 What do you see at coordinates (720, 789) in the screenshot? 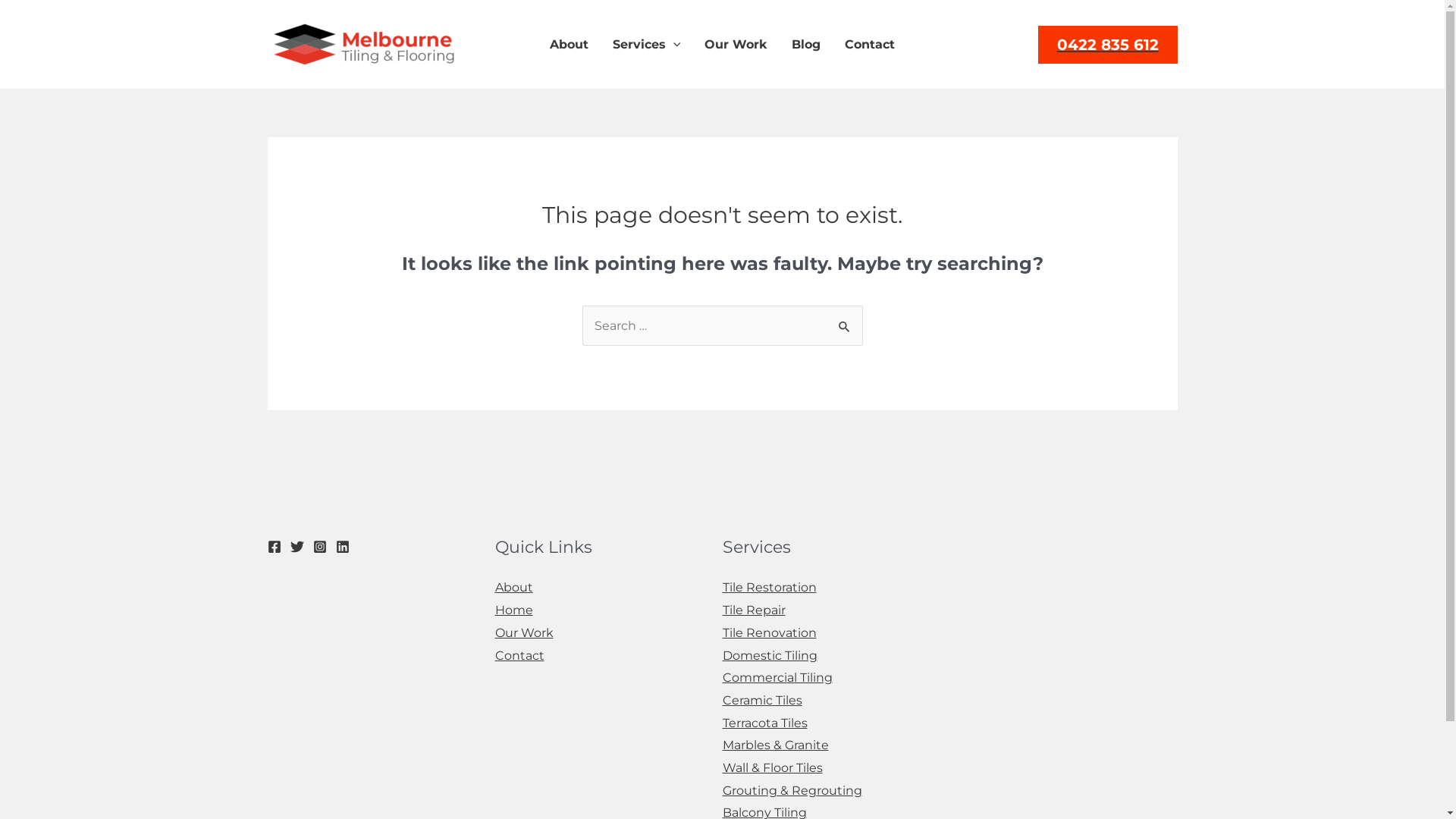
I see `'Grouting & Regrouting'` at bounding box center [720, 789].